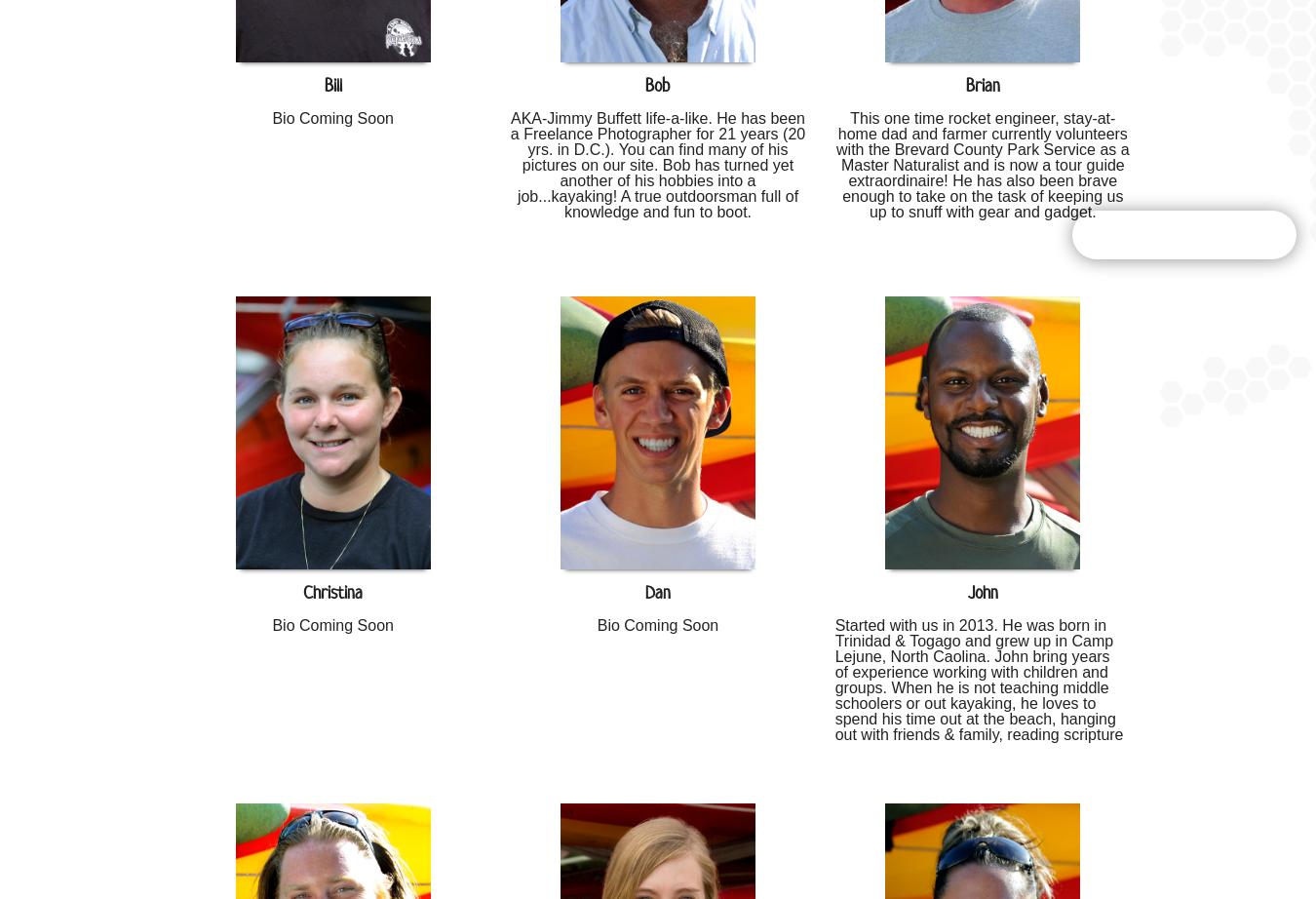 This screenshot has width=1316, height=899. What do you see at coordinates (977, 701) in the screenshot?
I see `'Started with us in 2013. He was born in Trinidad & Togago and grew up in Camp Lejune, North Caolina. John bring years of experience working with children and groups. When he is not teaching middle schoolers or out kayaking, he loves to spend his time out at the beach, hanging out with friends & family, reading scripture & working out! His amiable demeanor was deceiving you as he trains & practices self-defense mixed martial arts.'` at bounding box center [977, 701].